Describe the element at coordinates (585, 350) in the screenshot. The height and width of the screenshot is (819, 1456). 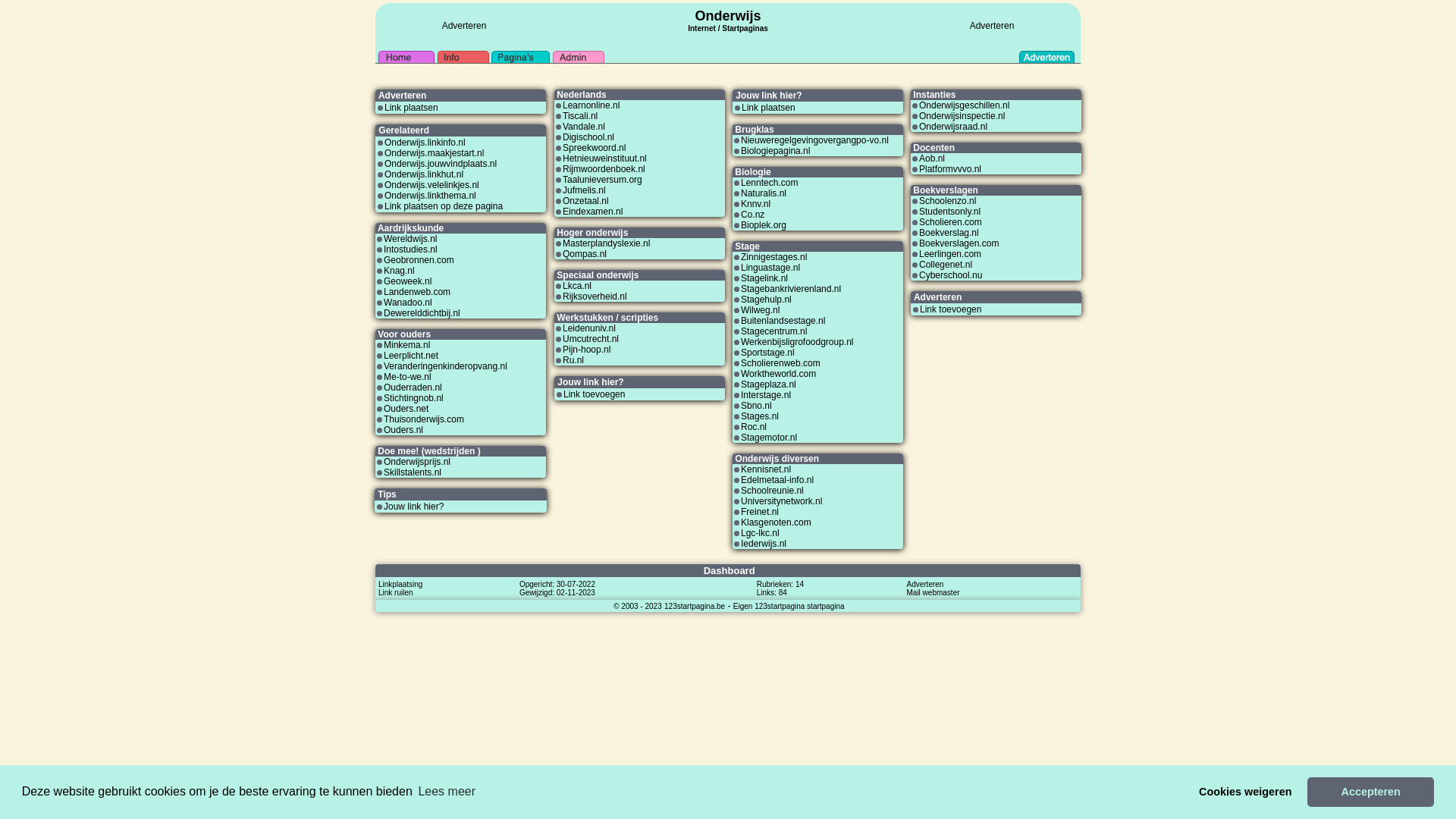
I see `'Pijn-hoop.nl'` at that location.